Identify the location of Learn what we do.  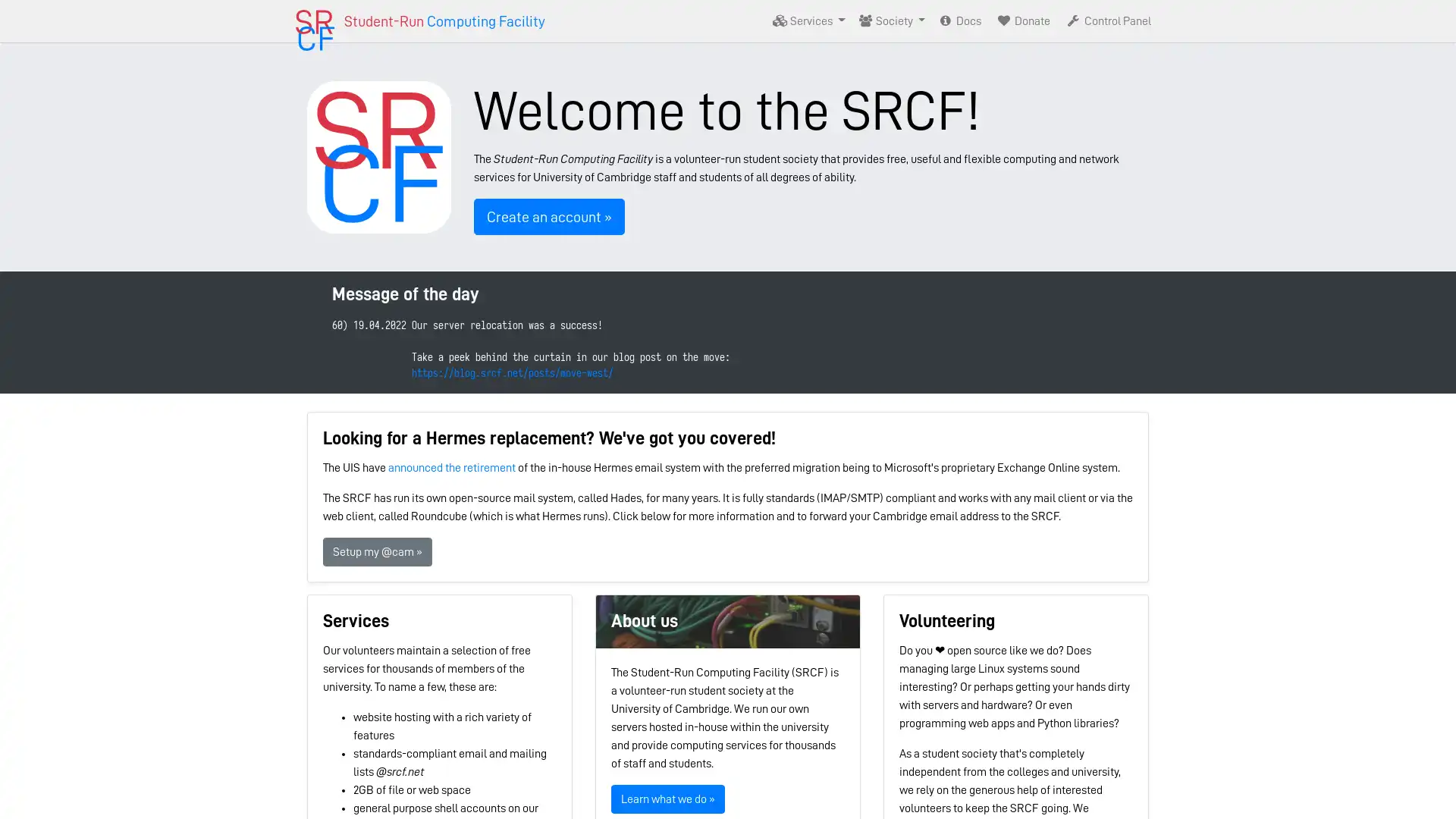
(667, 798).